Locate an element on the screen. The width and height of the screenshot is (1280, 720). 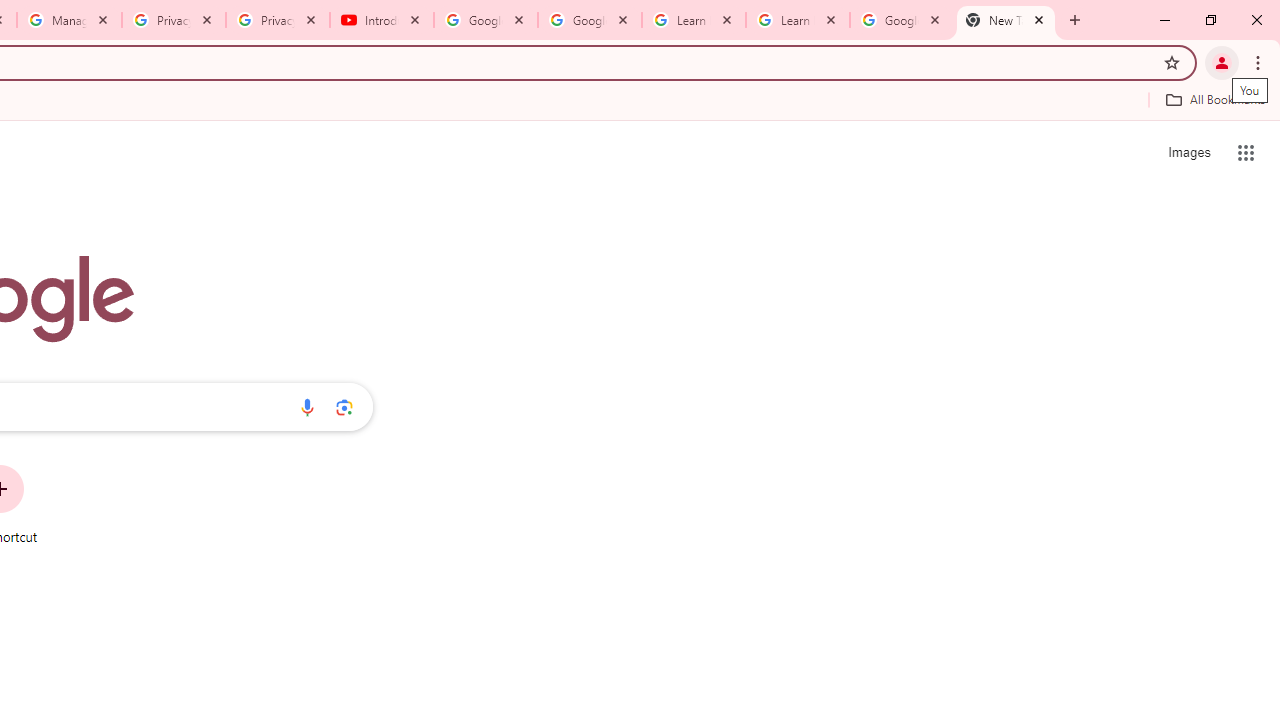
'Search by image' is located at coordinates (344, 406).